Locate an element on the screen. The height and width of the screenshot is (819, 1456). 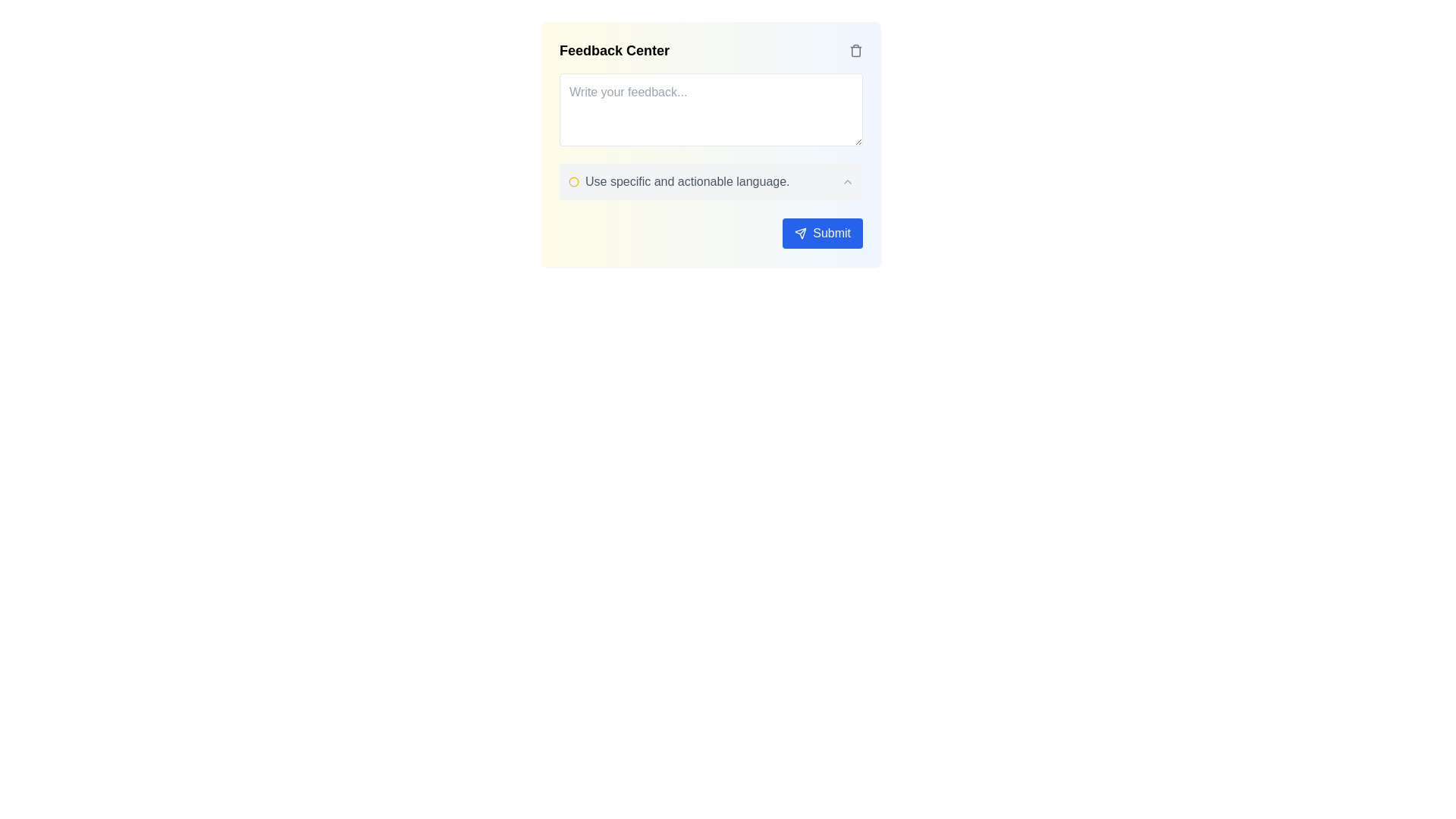
the small upward-pointing chevron icon button located at the far right of the row containing the text 'Use specific and actionable language.' is located at coordinates (847, 180).